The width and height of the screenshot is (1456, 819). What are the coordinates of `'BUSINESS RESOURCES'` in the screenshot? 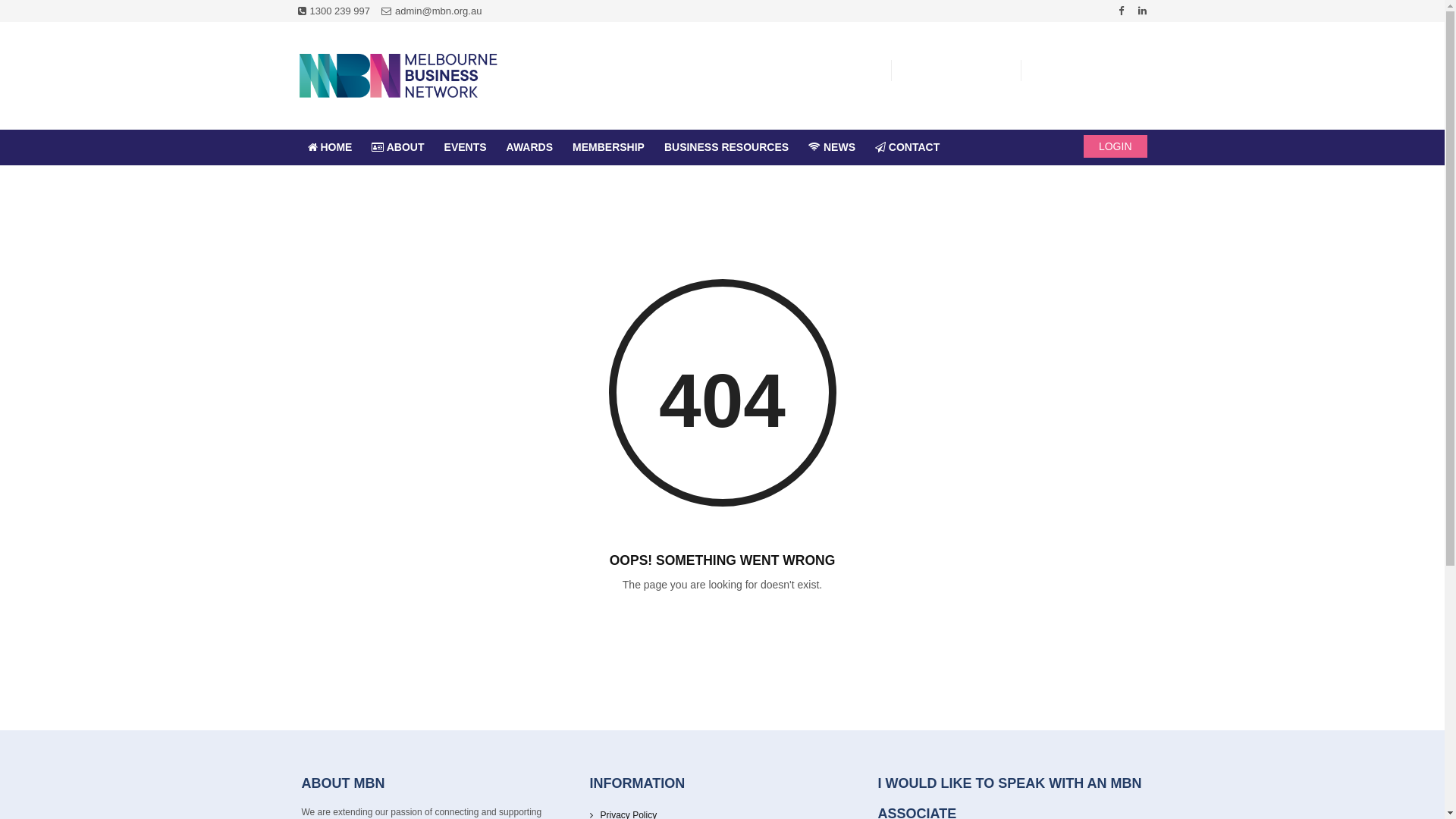 It's located at (654, 147).